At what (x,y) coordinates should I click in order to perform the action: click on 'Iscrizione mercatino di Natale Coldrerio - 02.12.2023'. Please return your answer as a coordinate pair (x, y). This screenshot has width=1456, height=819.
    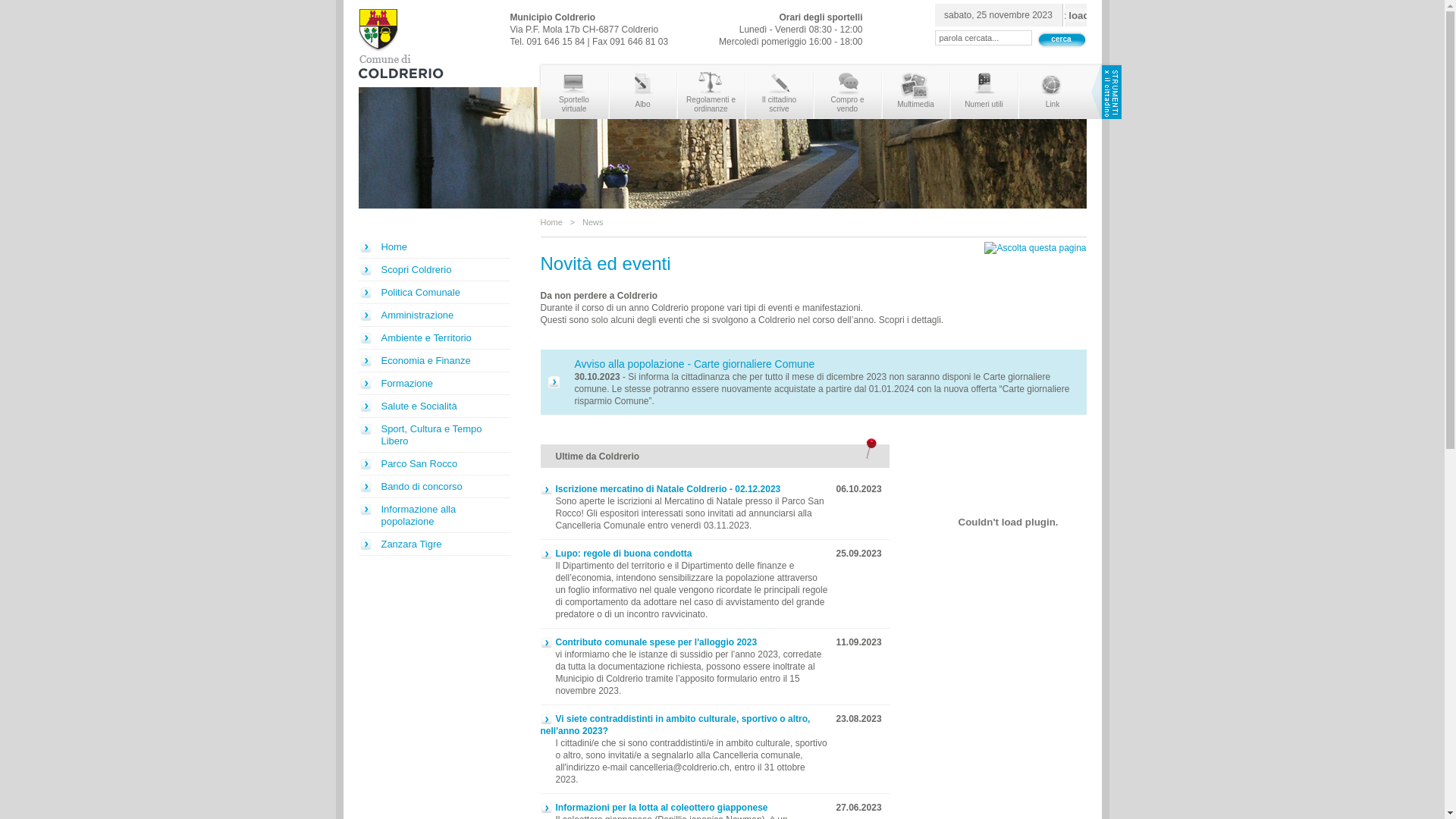
    Looking at the image, I should click on (660, 488).